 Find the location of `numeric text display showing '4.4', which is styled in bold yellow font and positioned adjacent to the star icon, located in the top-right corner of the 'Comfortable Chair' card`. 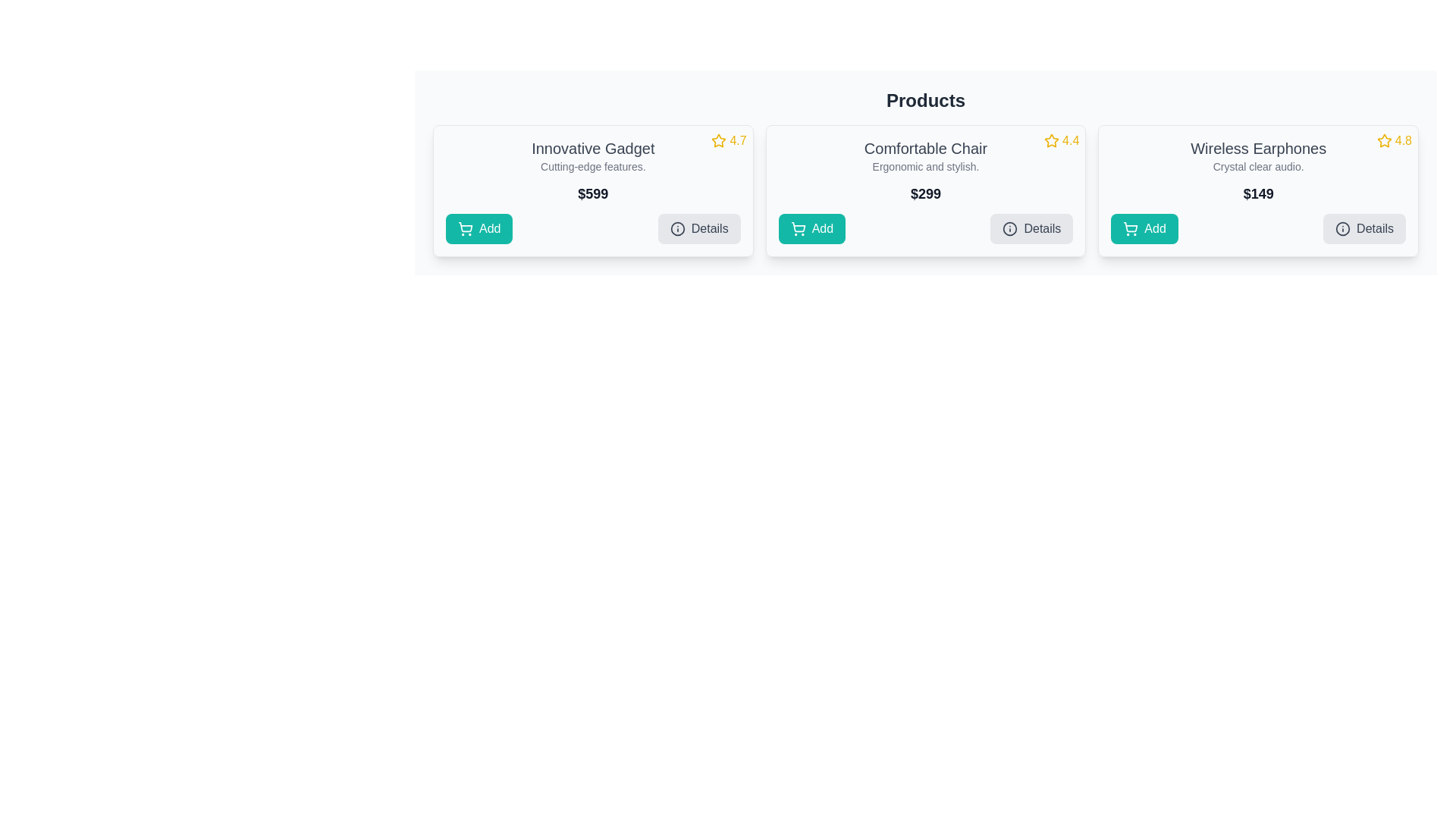

numeric text display showing '4.4', which is styled in bold yellow font and positioned adjacent to the star icon, located in the top-right corner of the 'Comfortable Chair' card is located at coordinates (1070, 140).